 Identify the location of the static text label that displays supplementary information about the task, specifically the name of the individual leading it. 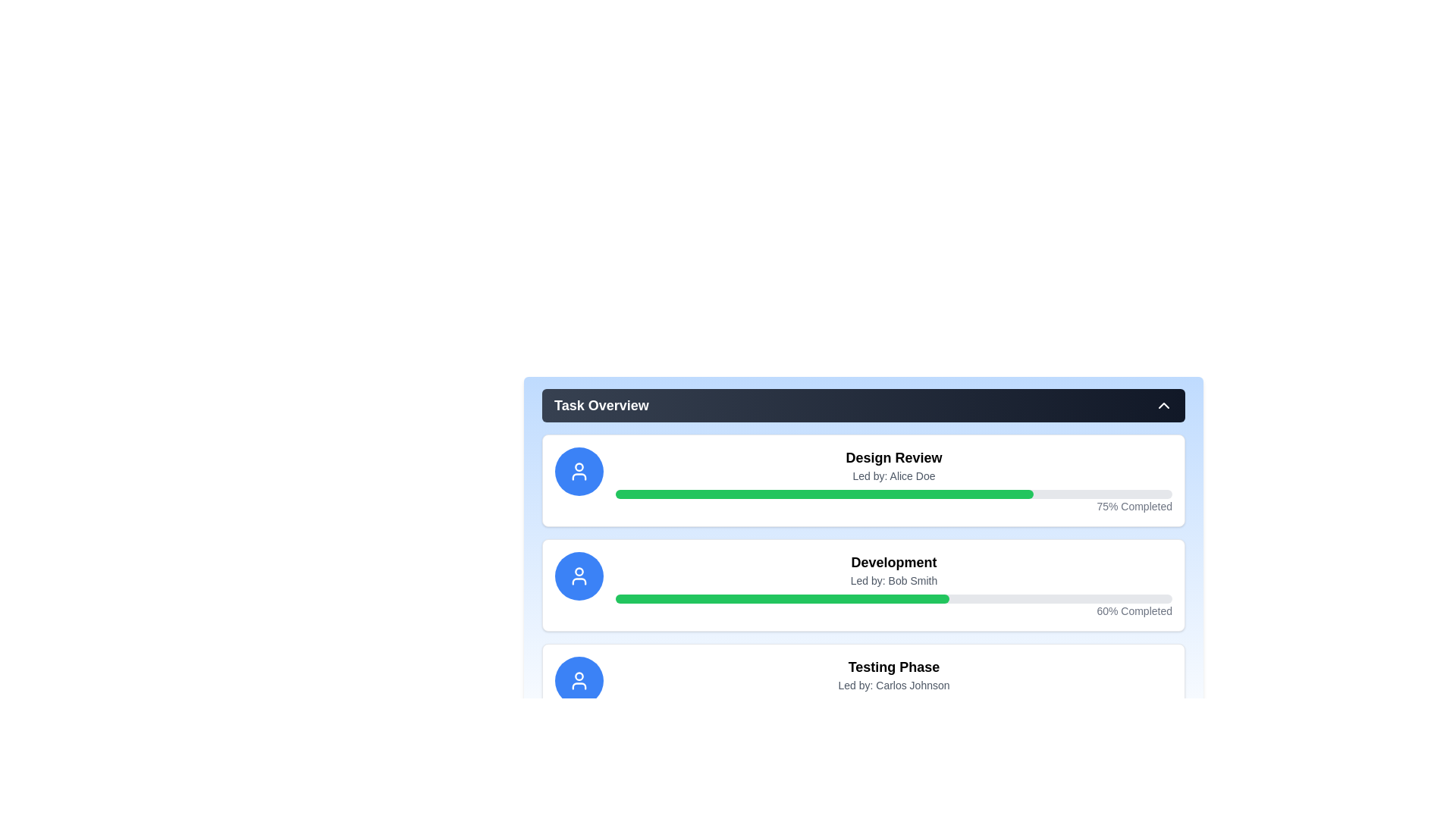
(894, 685).